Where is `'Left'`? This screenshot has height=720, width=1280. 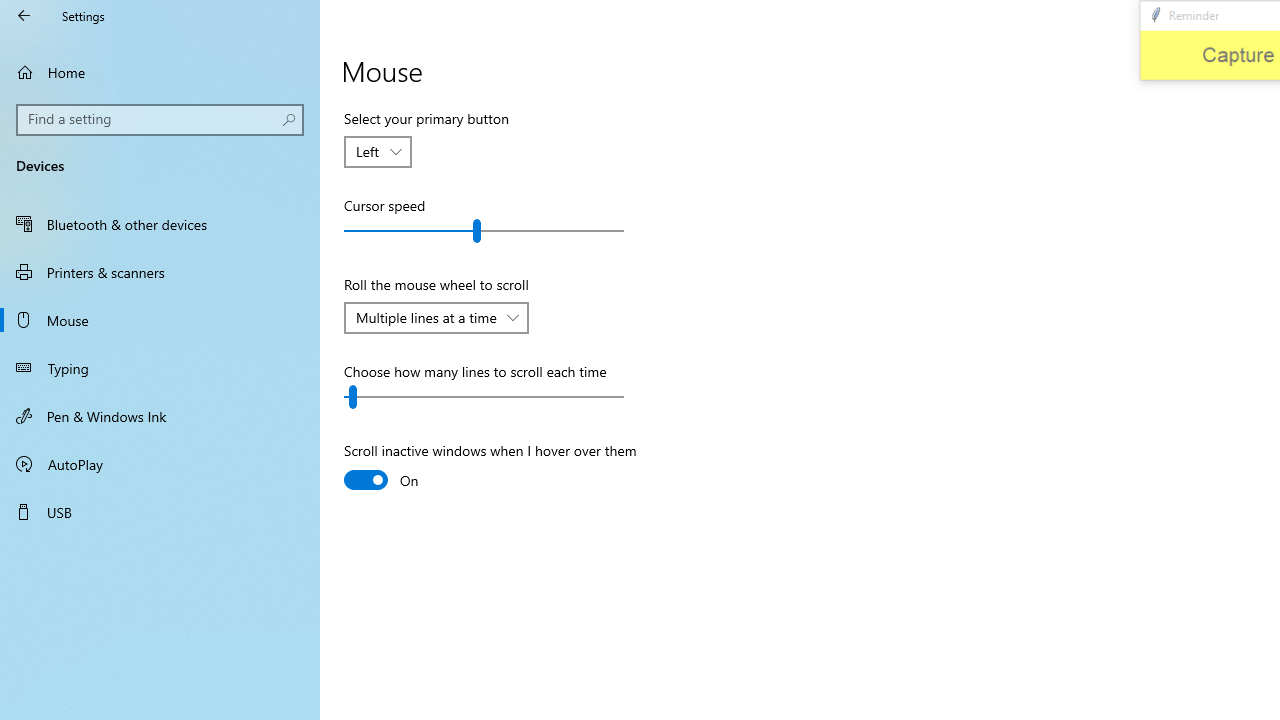 'Left' is located at coordinates (368, 150).